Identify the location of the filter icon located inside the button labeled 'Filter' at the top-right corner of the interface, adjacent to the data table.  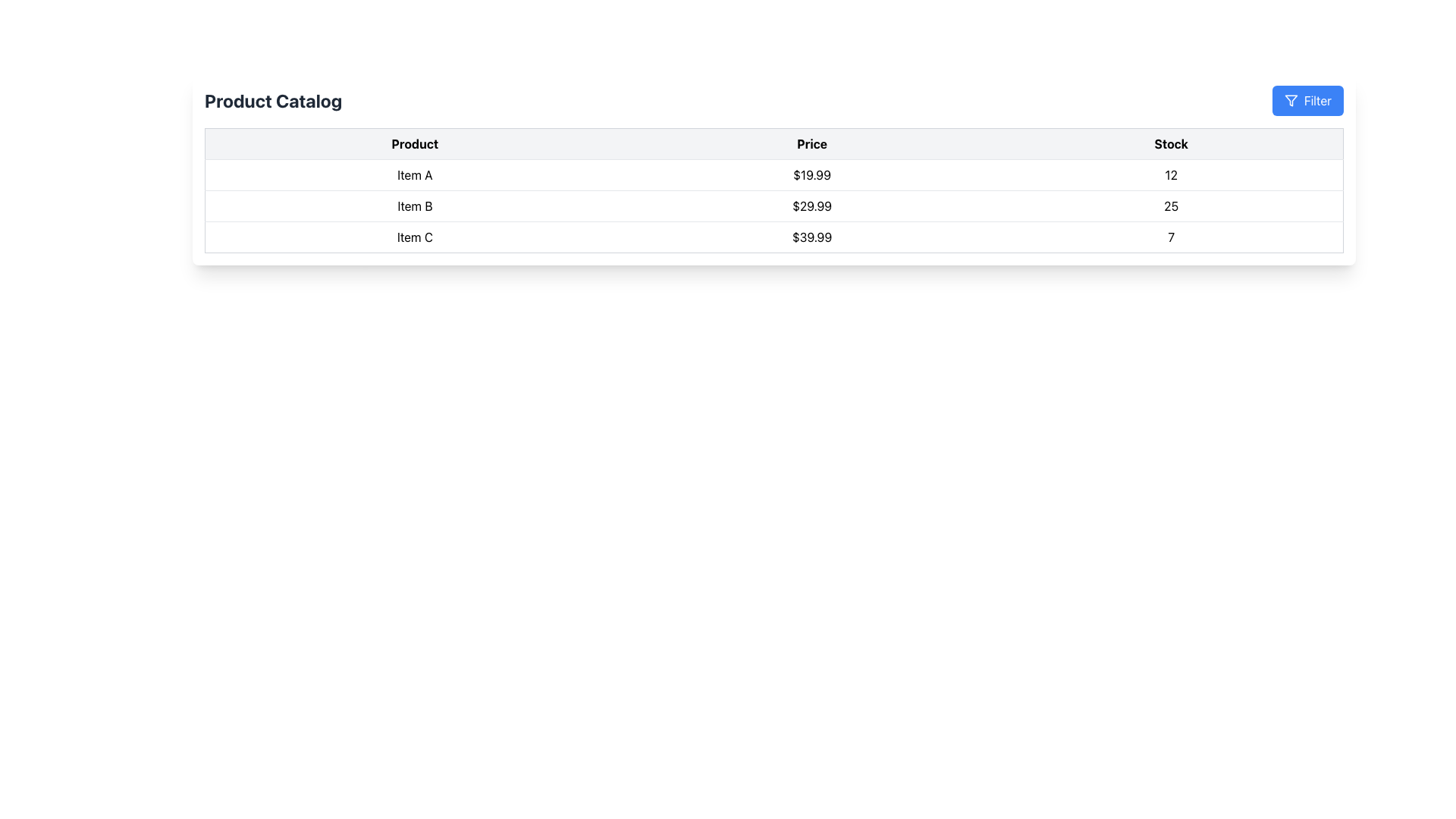
(1290, 100).